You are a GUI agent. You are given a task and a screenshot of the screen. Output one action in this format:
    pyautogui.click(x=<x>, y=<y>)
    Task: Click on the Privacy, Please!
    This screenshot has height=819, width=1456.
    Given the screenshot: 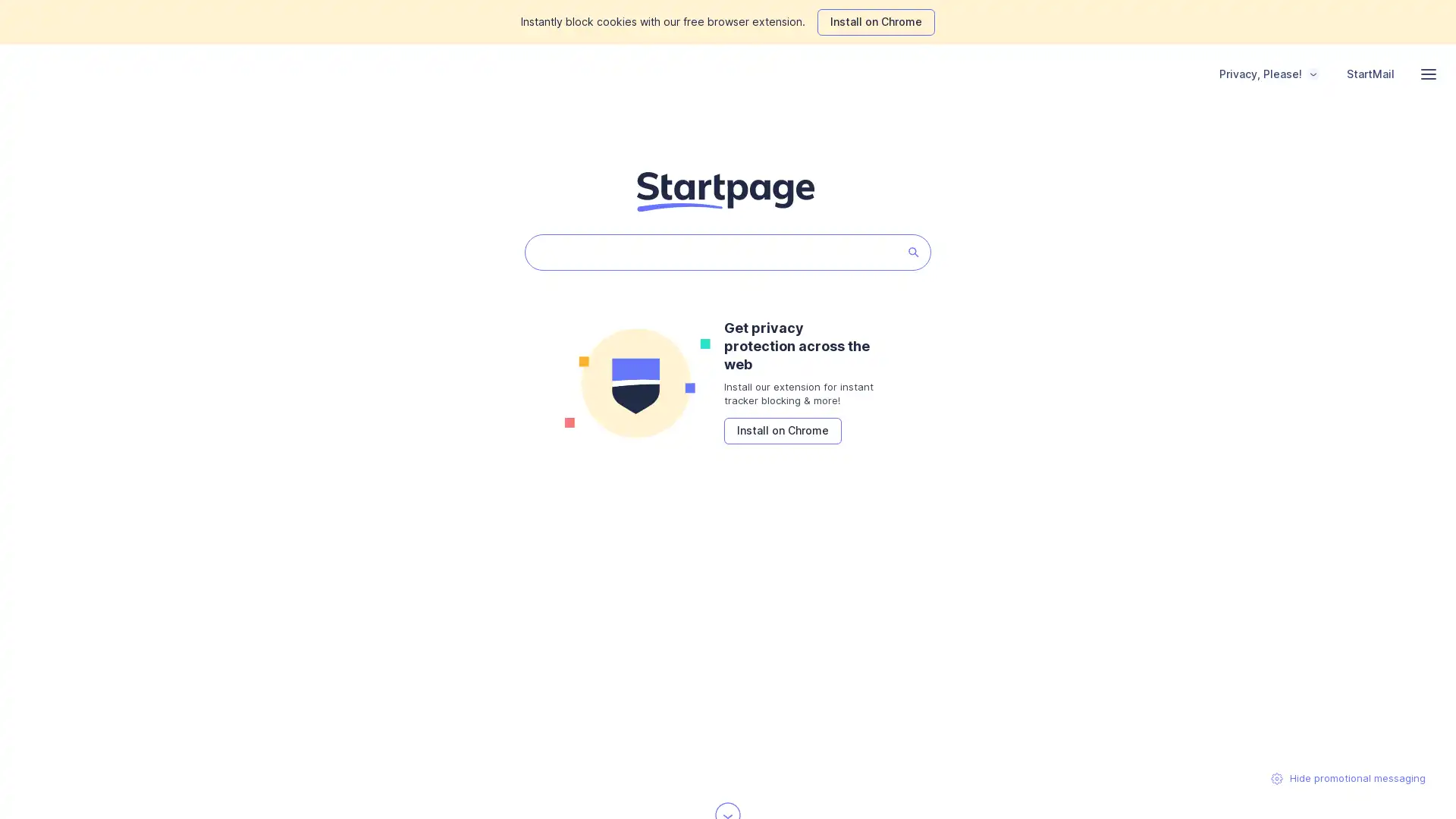 What is the action you would take?
    pyautogui.click(x=1269, y=74)
    